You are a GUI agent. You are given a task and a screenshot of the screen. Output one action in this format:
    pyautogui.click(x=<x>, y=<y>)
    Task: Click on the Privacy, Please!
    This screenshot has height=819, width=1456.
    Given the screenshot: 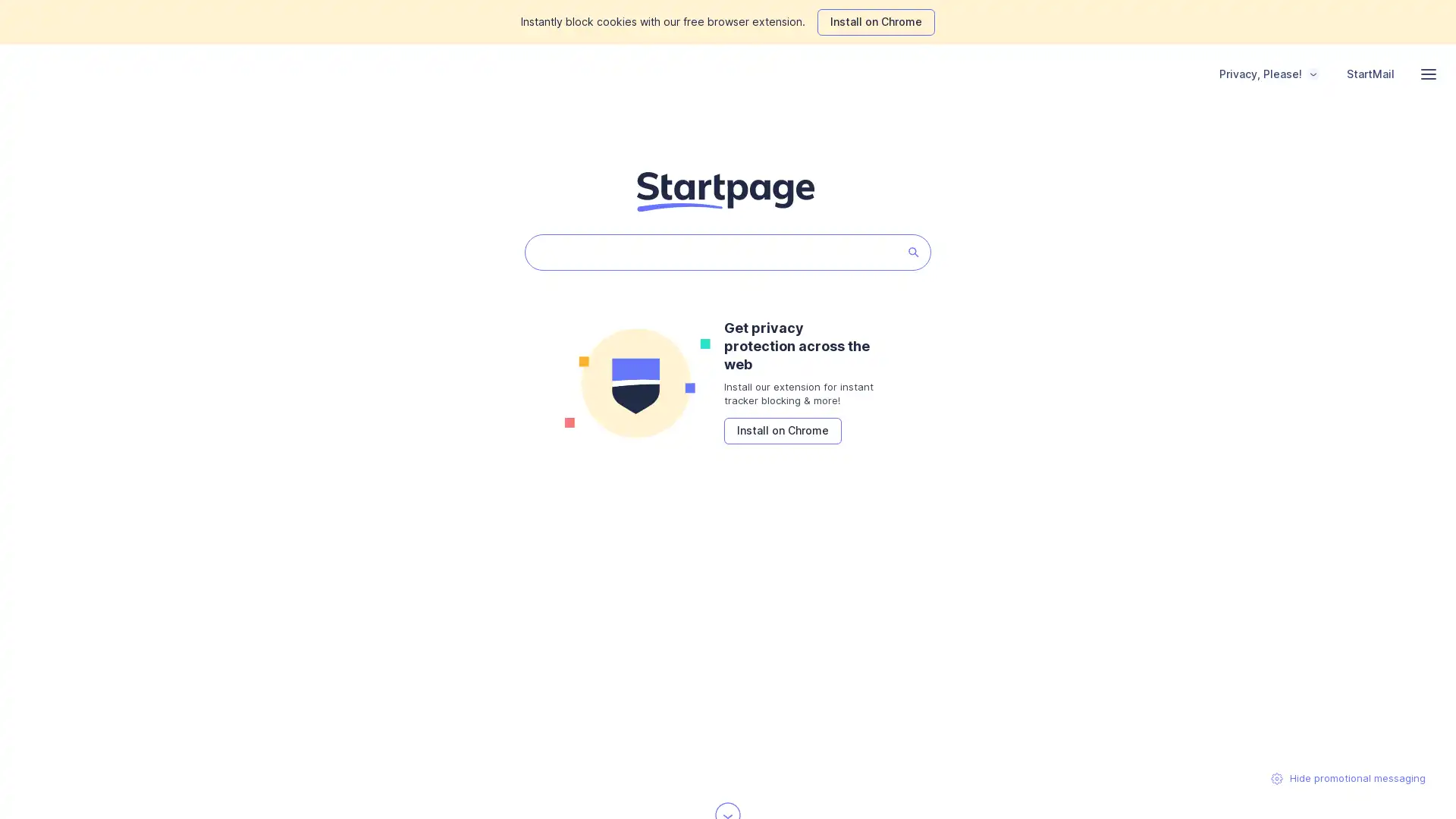 What is the action you would take?
    pyautogui.click(x=1269, y=74)
    